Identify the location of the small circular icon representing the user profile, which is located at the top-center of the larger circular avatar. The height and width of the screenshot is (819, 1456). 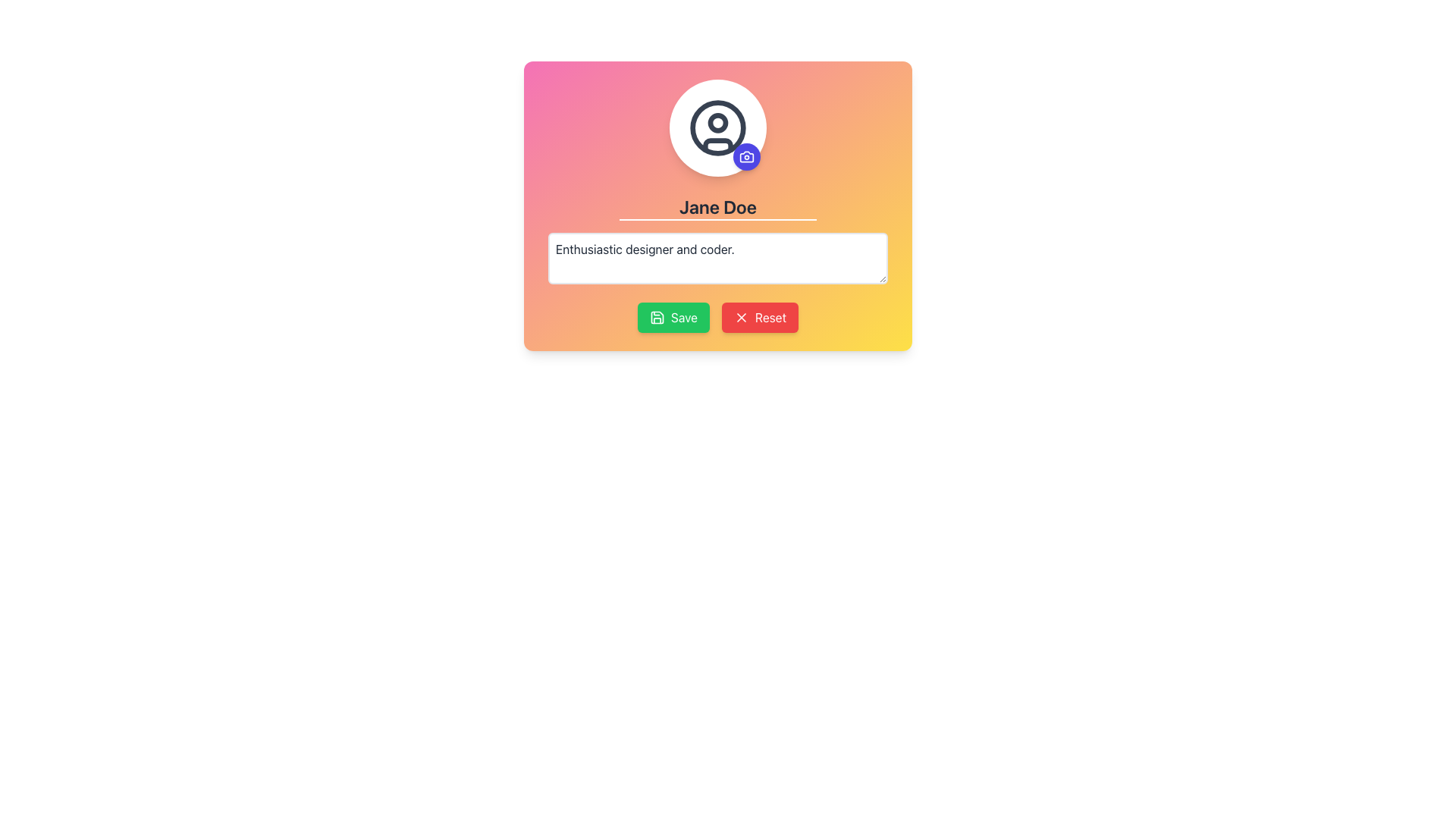
(717, 122).